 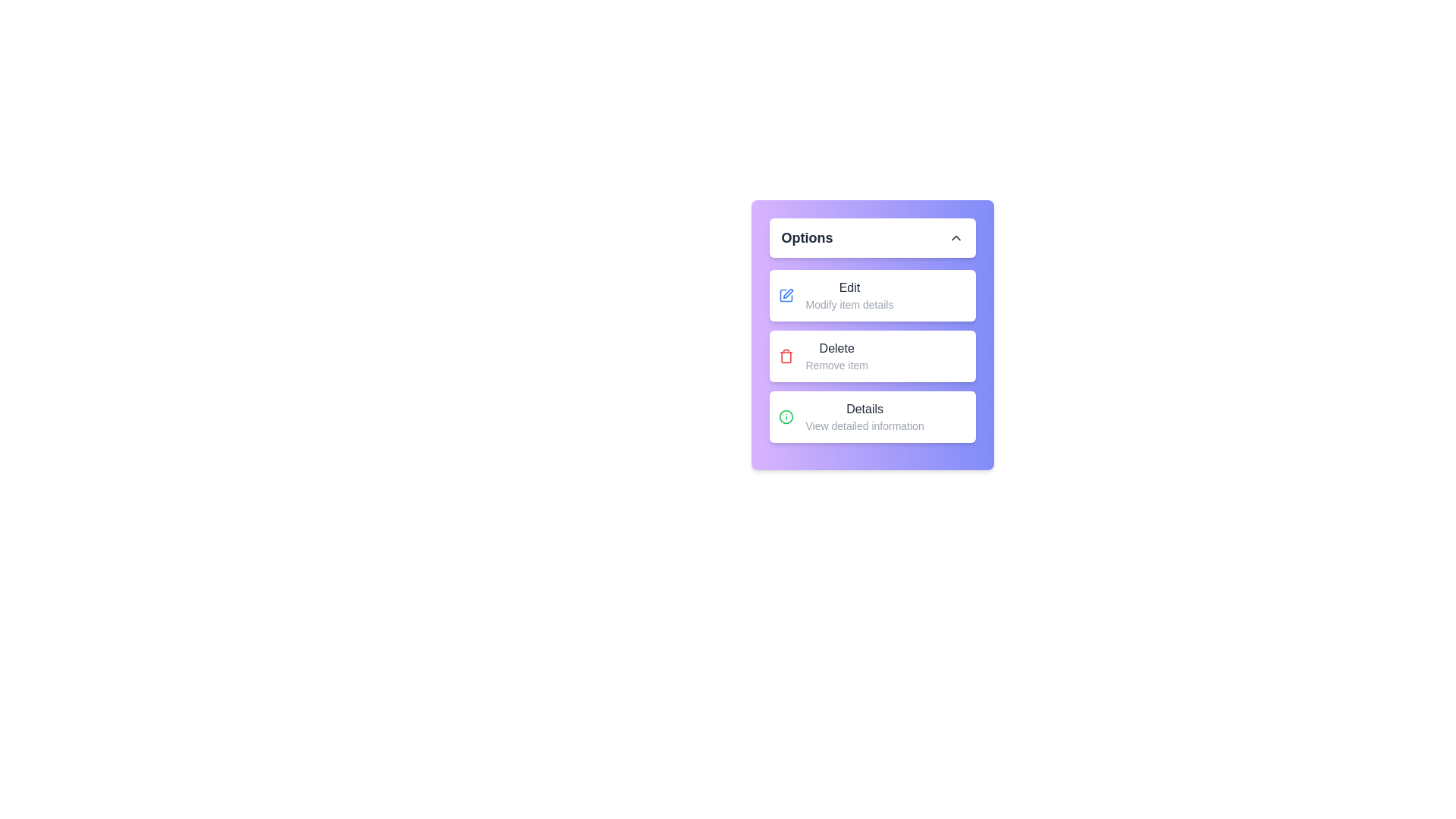 I want to click on the menu item Edit from the options, so click(x=872, y=295).